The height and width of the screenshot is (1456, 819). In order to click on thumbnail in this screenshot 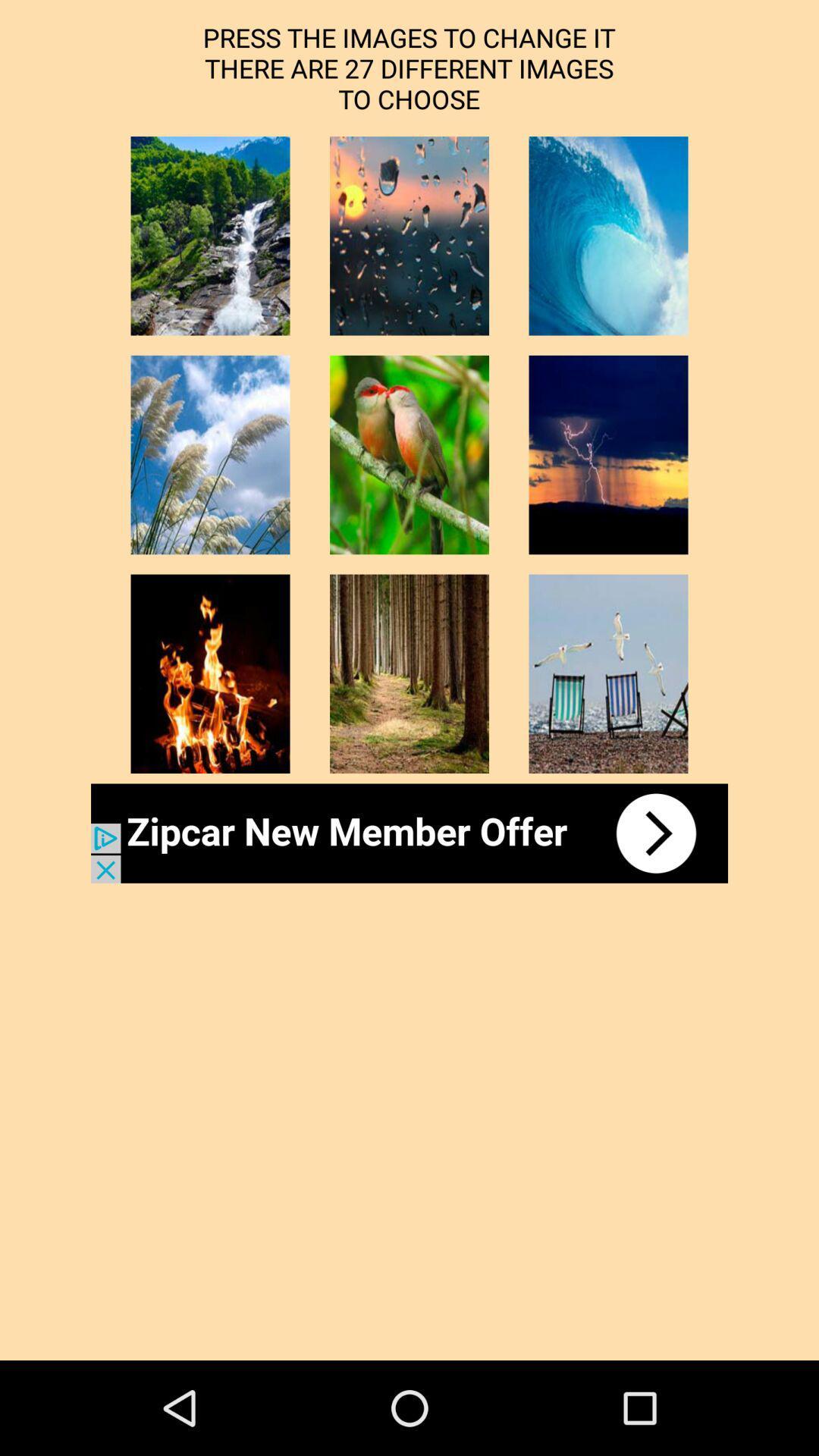, I will do `click(409, 235)`.